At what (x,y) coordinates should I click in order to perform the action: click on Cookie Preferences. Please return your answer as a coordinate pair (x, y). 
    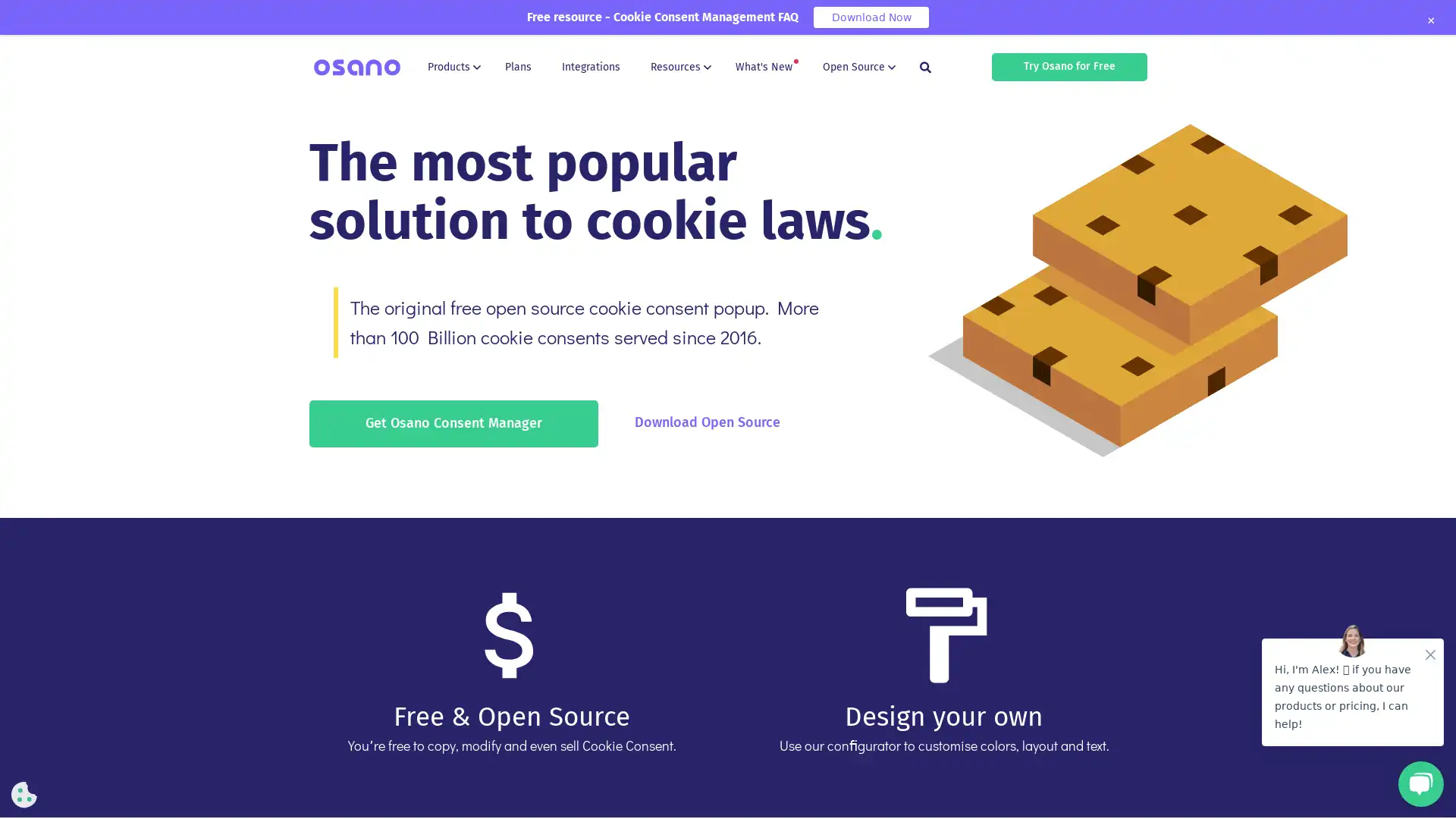
    Looking at the image, I should click on (24, 794).